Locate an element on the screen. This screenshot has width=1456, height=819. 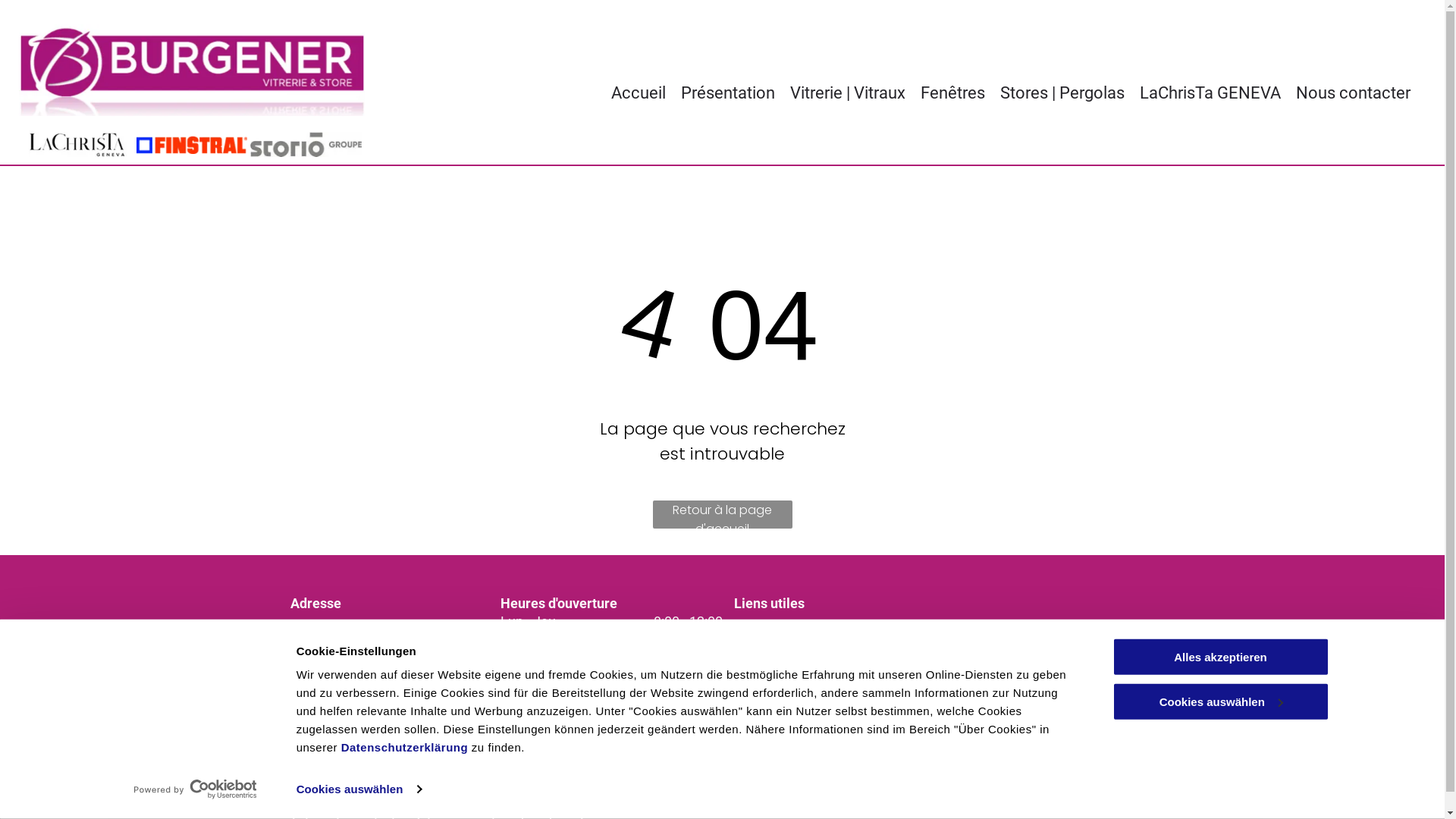
'info@burgenersa.ch' is located at coordinates (351, 712).